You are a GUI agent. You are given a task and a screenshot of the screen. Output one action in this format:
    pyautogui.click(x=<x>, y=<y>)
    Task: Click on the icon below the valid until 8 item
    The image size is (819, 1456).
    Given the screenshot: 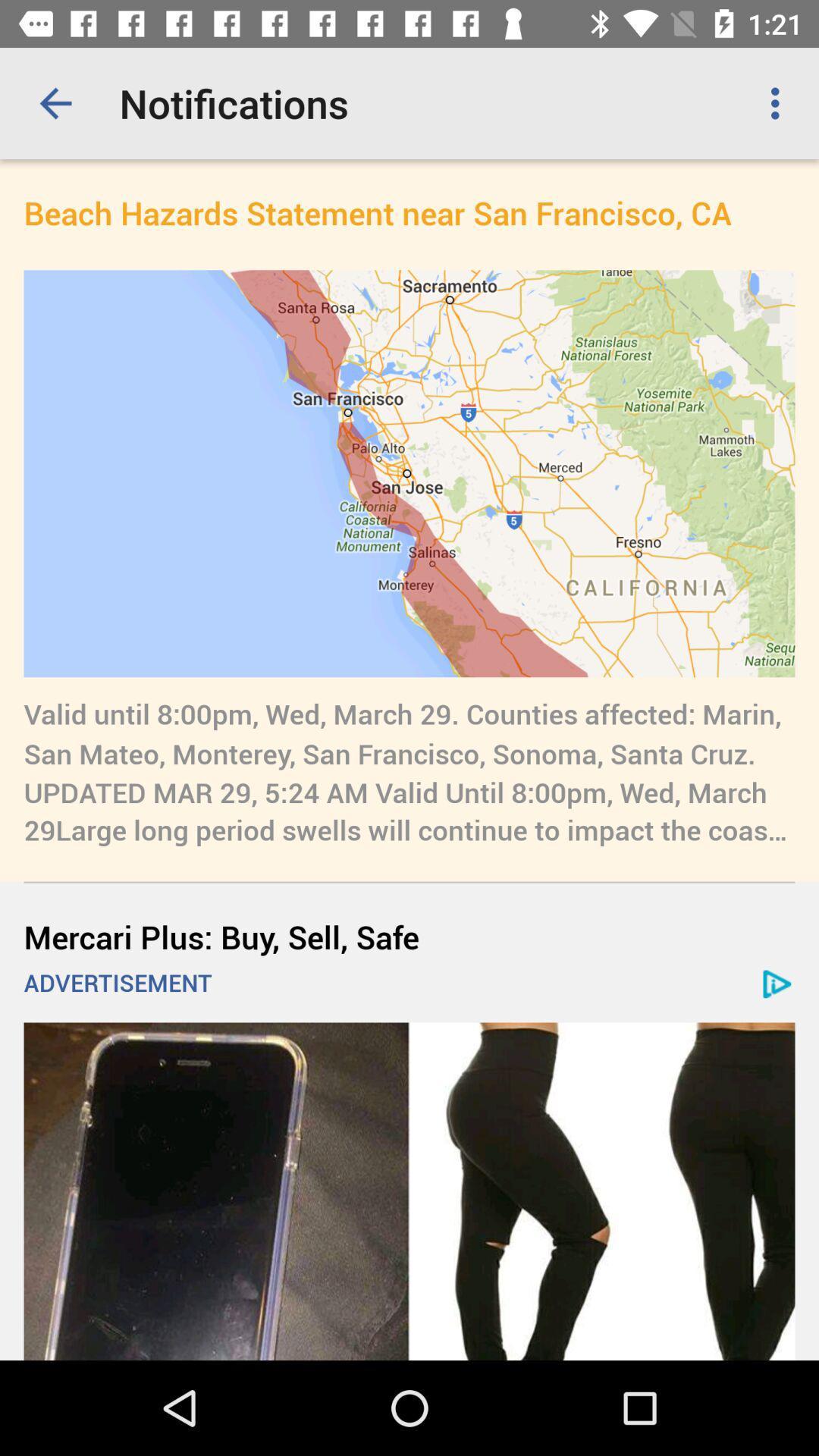 What is the action you would take?
    pyautogui.click(x=409, y=936)
    